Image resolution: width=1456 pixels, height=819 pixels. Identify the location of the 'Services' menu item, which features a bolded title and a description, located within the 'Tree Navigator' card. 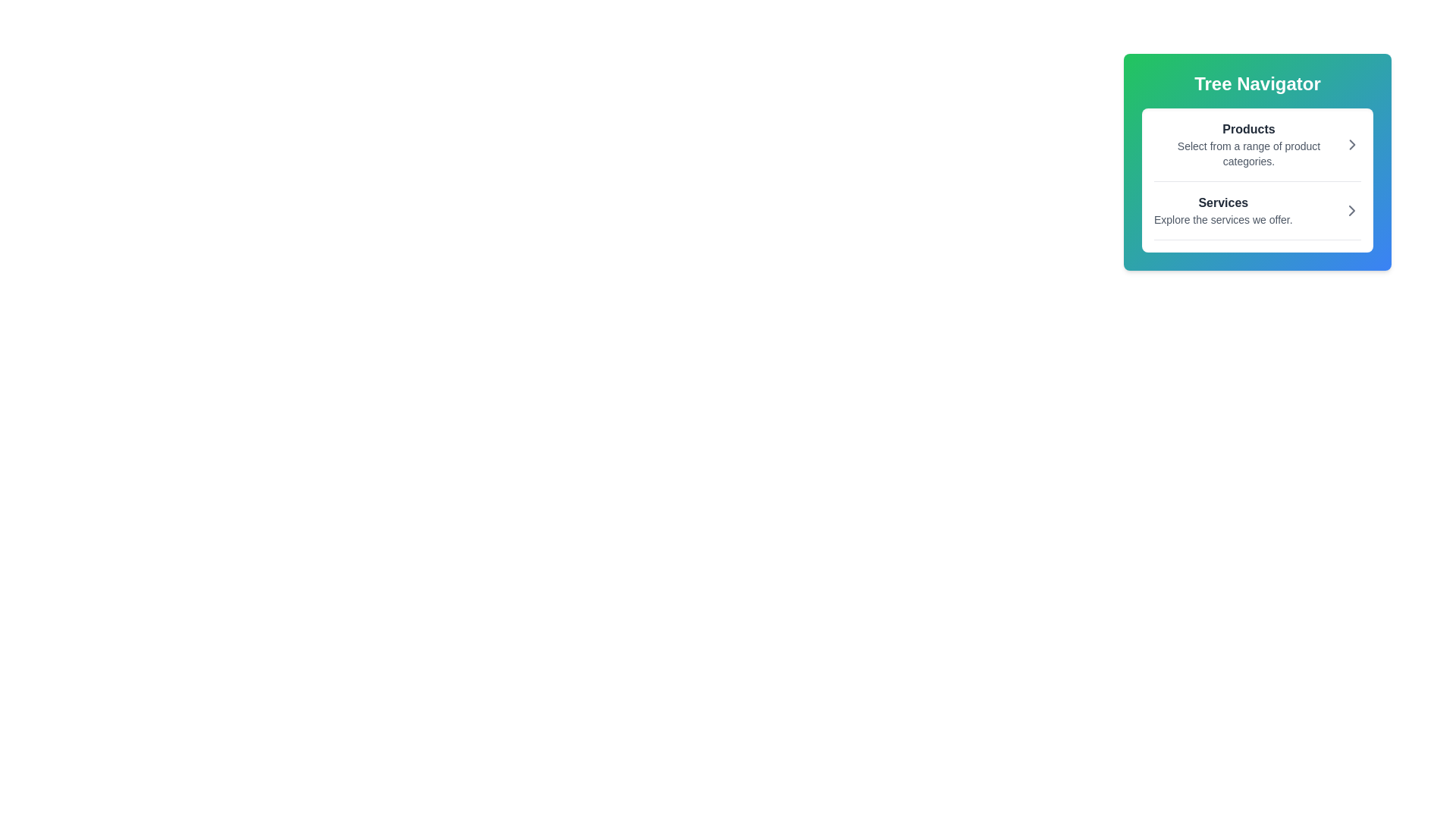
(1257, 217).